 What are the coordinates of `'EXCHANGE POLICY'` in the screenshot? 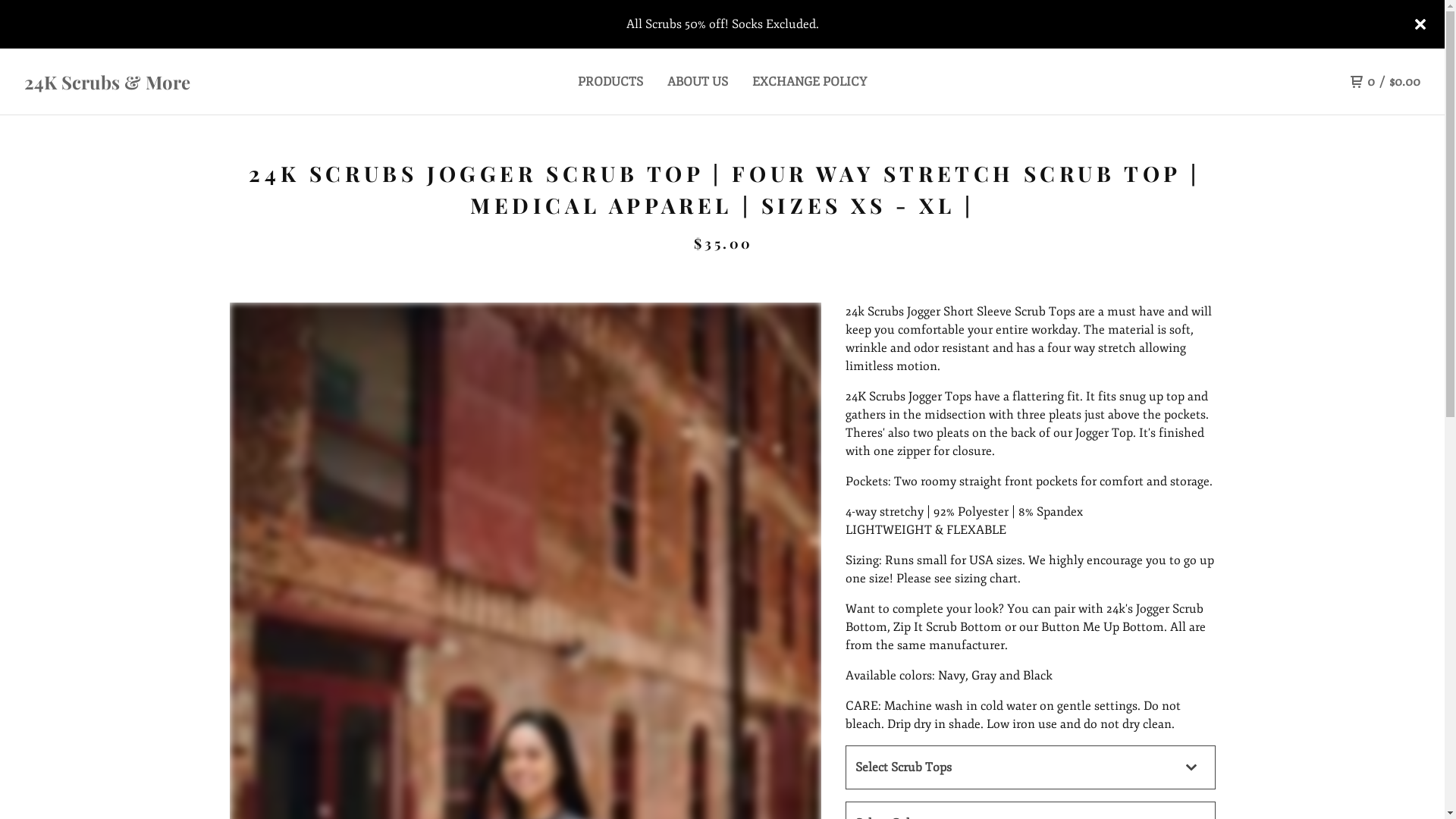 It's located at (752, 82).